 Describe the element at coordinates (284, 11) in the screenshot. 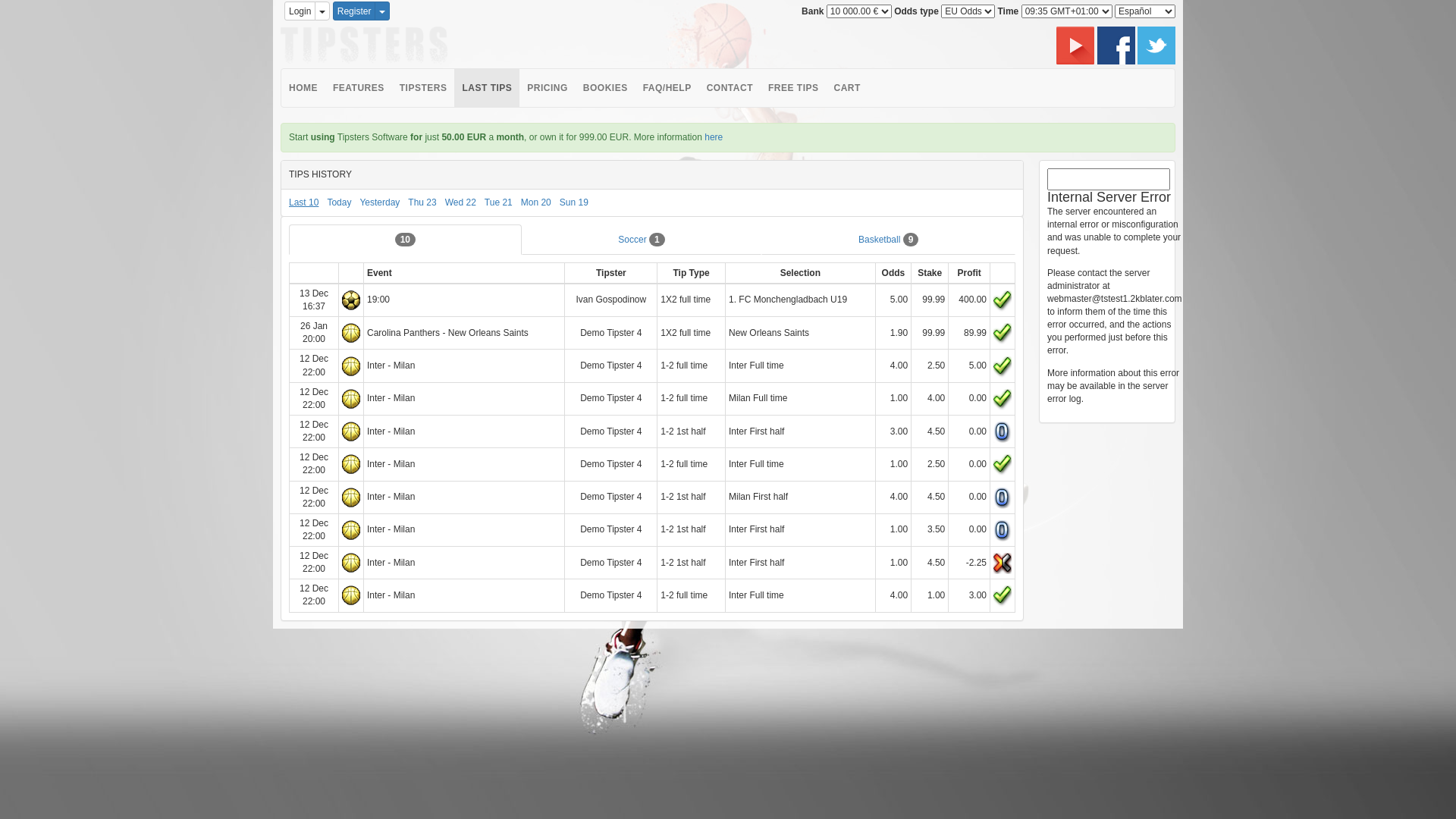

I see `'Login'` at that location.